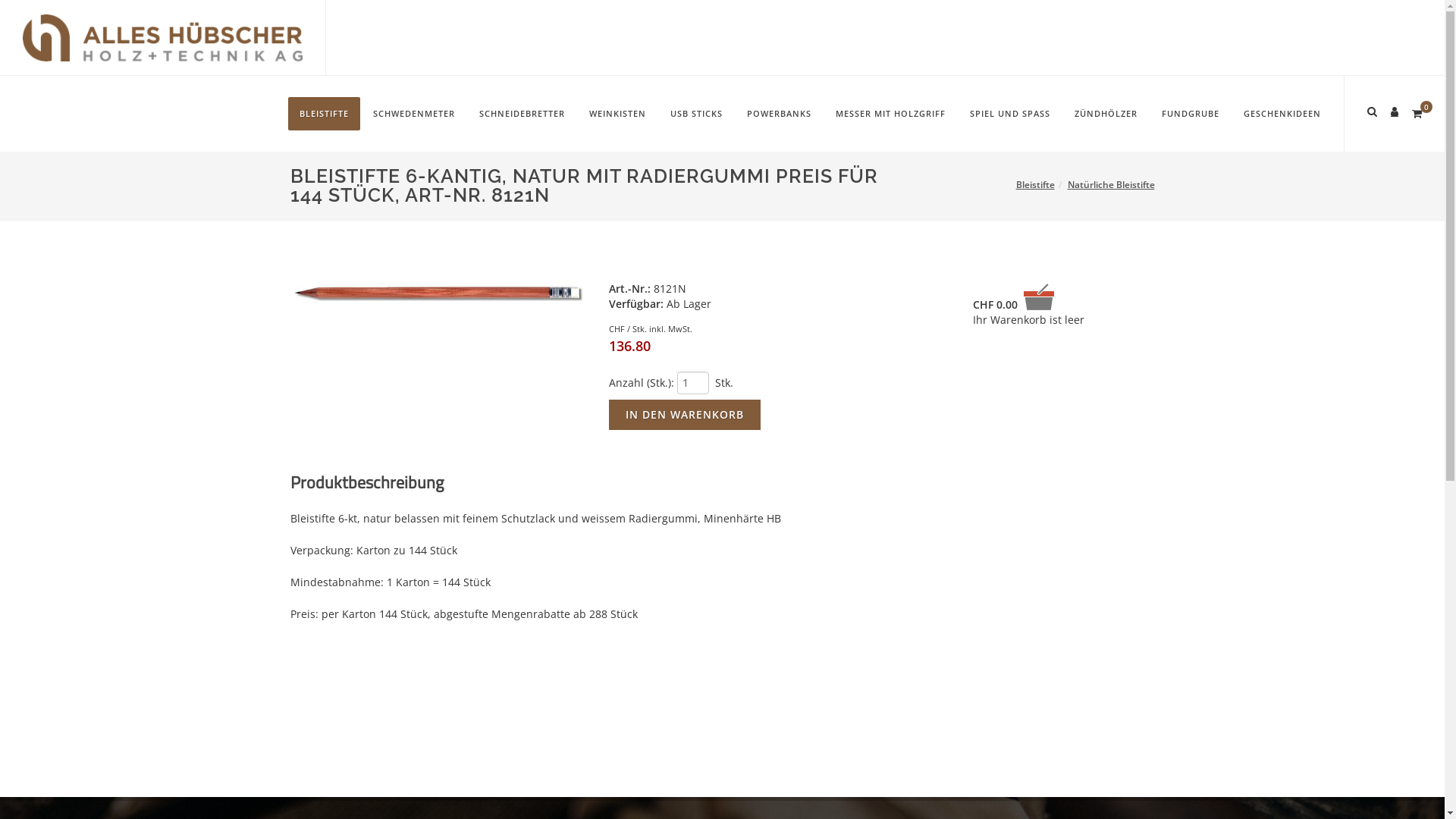  I want to click on 'WEINKISTEN', so click(617, 113).